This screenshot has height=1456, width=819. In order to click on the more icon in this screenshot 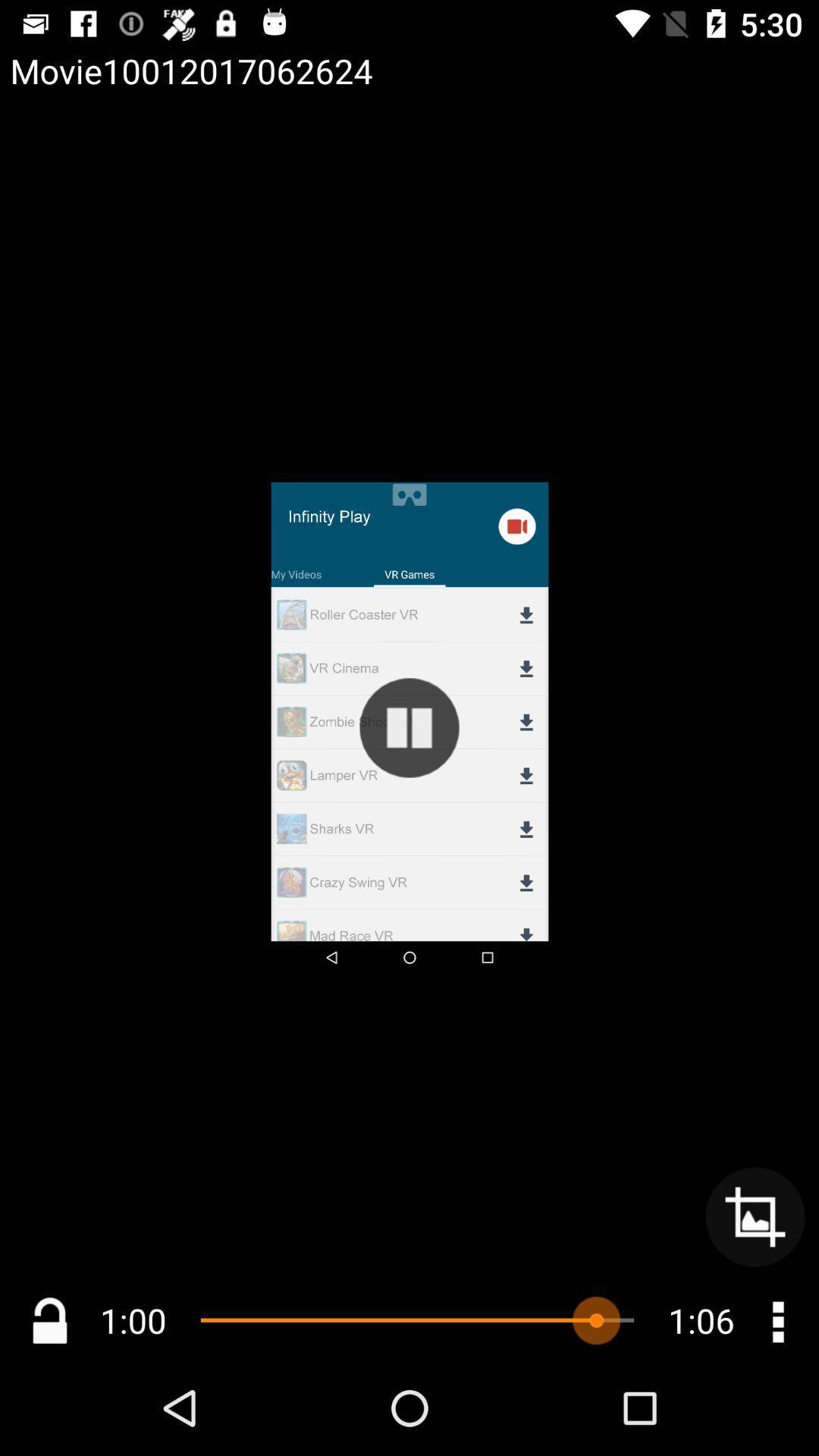, I will do `click(777, 1319)`.